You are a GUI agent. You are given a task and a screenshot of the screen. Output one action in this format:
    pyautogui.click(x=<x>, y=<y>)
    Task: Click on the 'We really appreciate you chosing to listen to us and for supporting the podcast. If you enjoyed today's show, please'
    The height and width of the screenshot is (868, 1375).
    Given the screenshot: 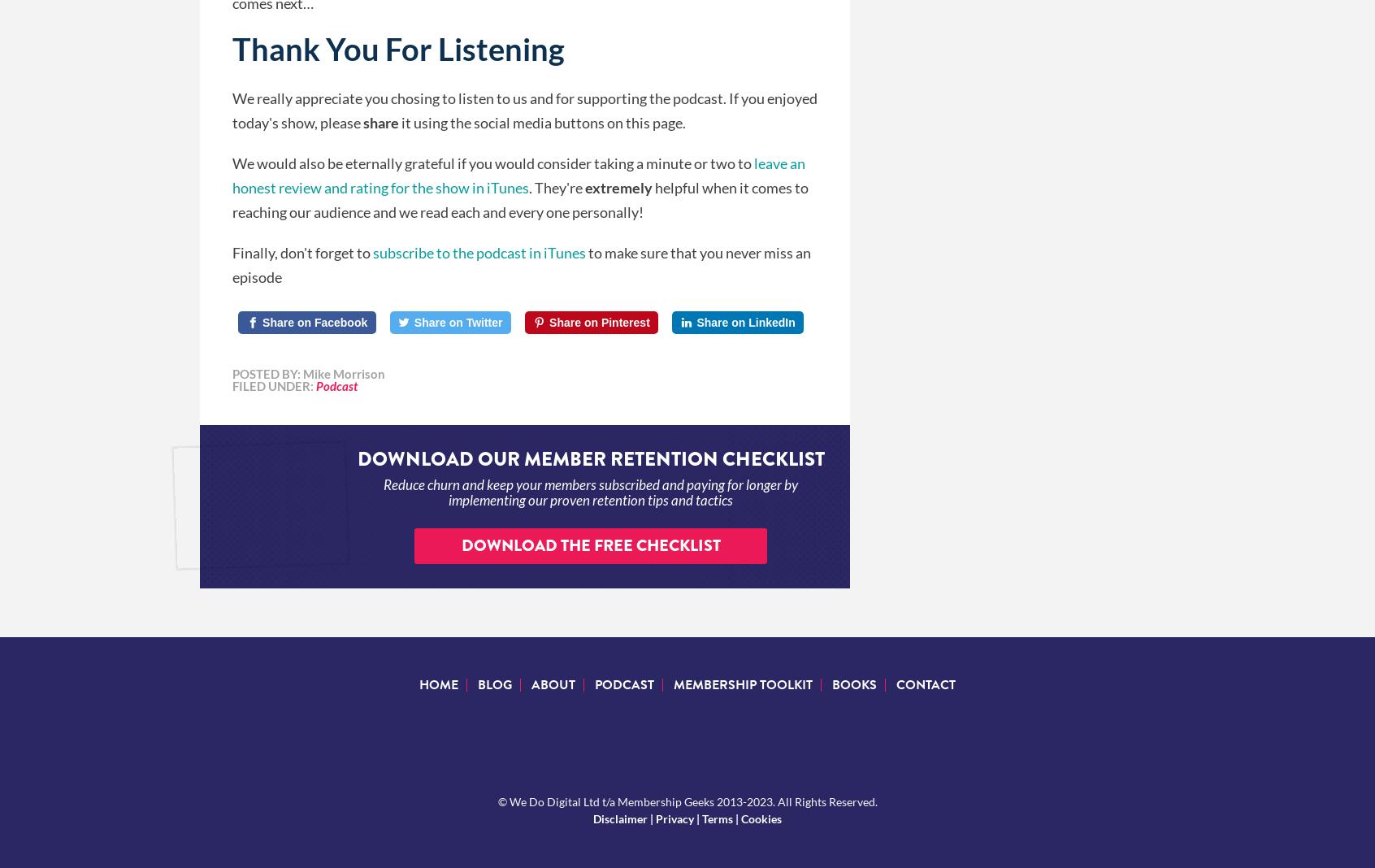 What is the action you would take?
    pyautogui.click(x=231, y=109)
    